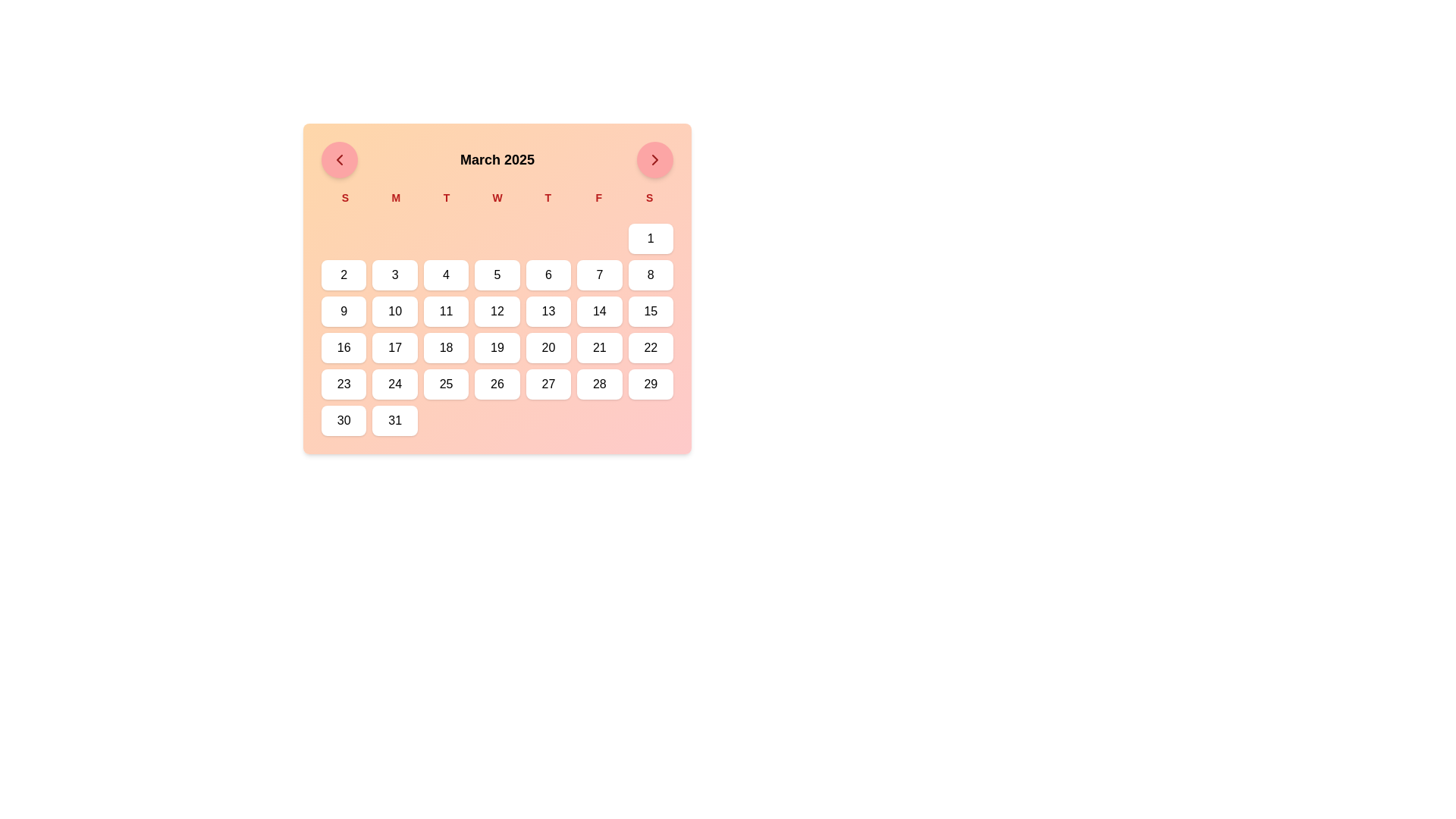  I want to click on the square button labeled '24' located in the fourth column and fifth row of the calendar grid, so click(395, 383).